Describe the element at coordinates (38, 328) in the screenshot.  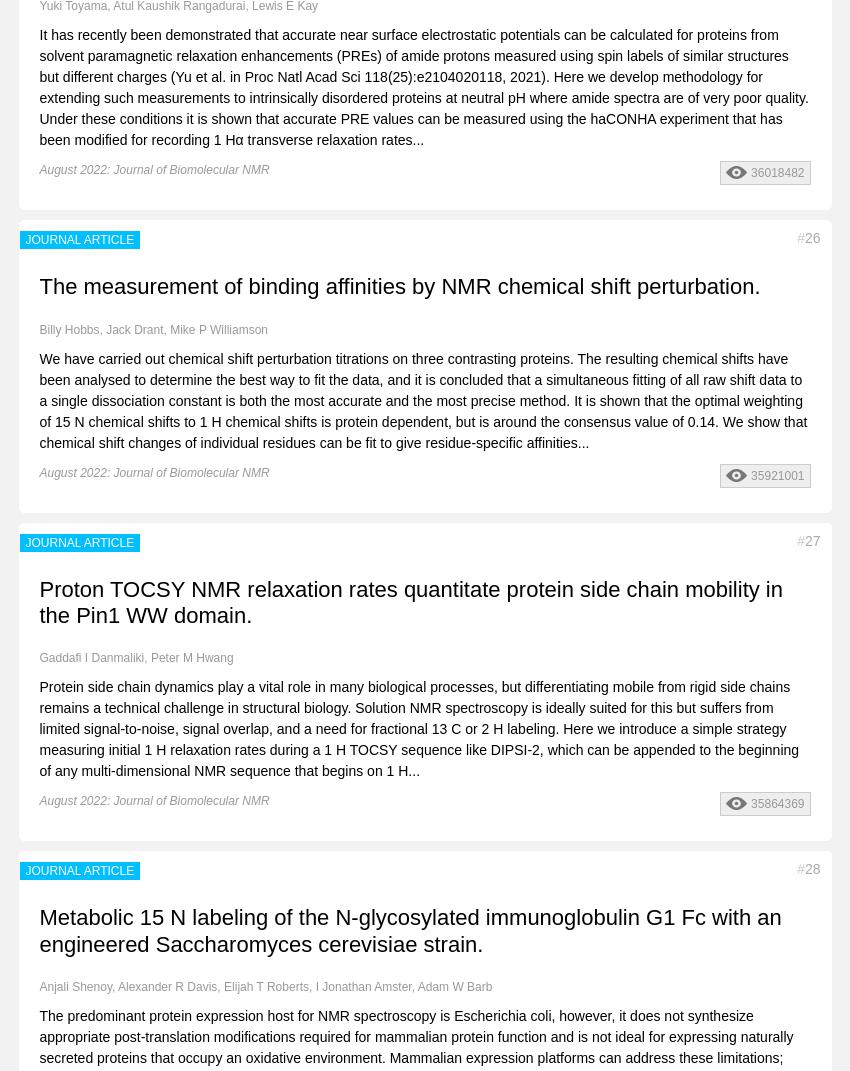
I see `'Billy Hobbs, Jack Drant, Mike P Williamson'` at that location.